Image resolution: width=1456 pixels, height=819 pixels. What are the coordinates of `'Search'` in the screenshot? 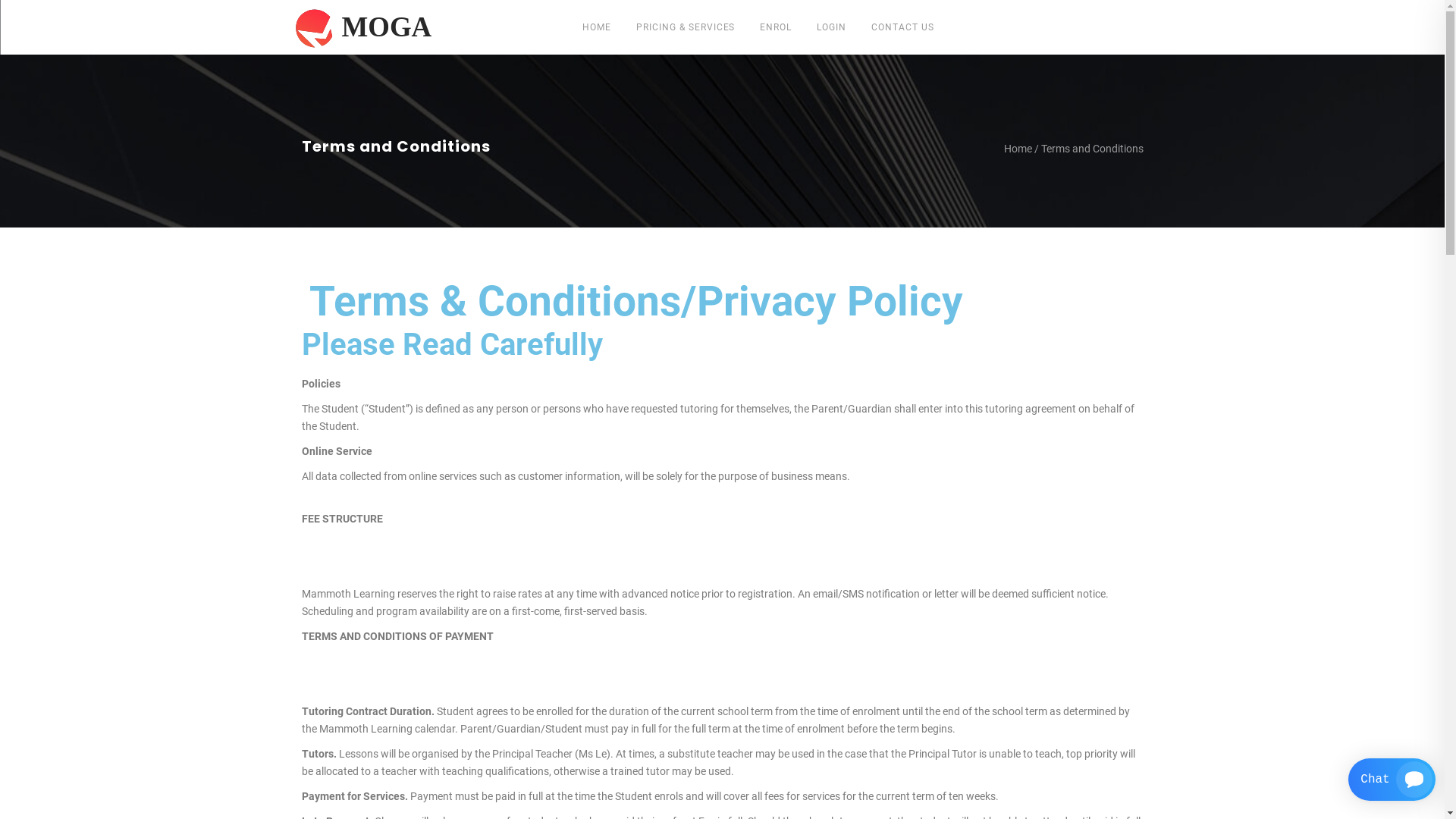 It's located at (961, 351).